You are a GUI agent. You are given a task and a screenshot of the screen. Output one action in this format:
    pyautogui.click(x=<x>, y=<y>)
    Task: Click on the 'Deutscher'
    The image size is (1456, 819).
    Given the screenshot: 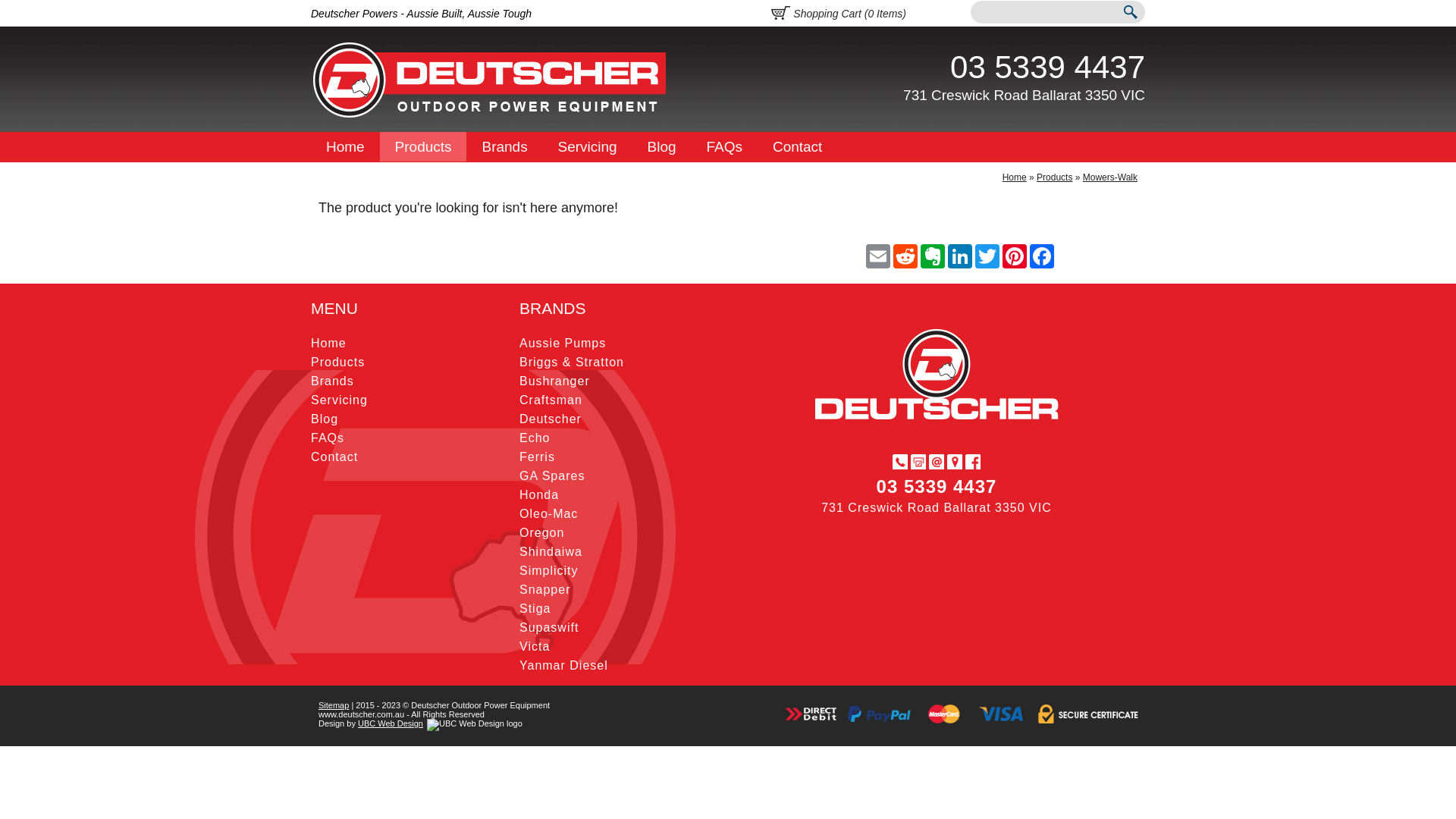 What is the action you would take?
    pyautogui.click(x=519, y=419)
    